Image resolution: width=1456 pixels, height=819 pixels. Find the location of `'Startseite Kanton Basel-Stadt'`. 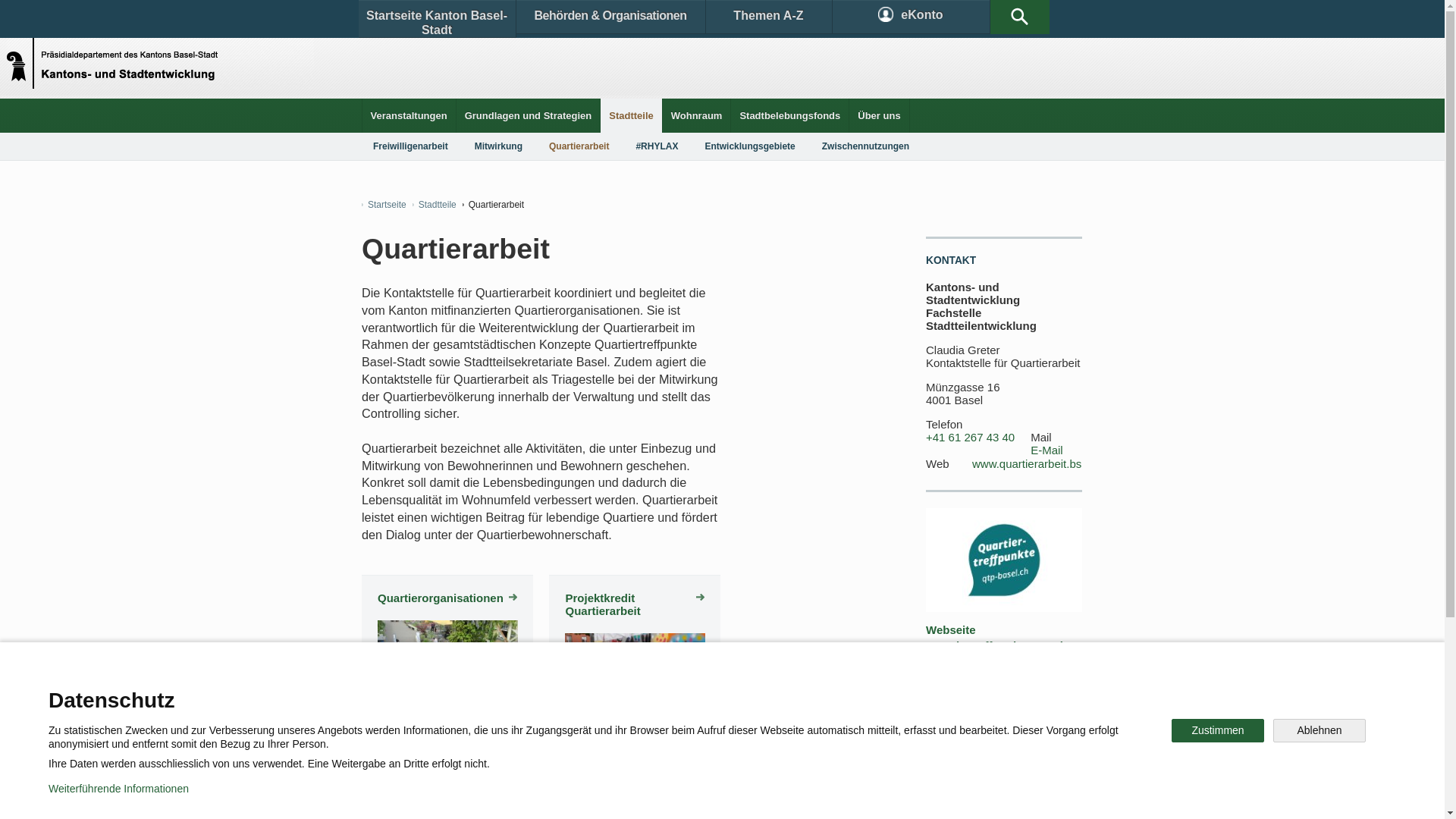

'Startseite Kanton Basel-Stadt' is located at coordinates (435, 18).